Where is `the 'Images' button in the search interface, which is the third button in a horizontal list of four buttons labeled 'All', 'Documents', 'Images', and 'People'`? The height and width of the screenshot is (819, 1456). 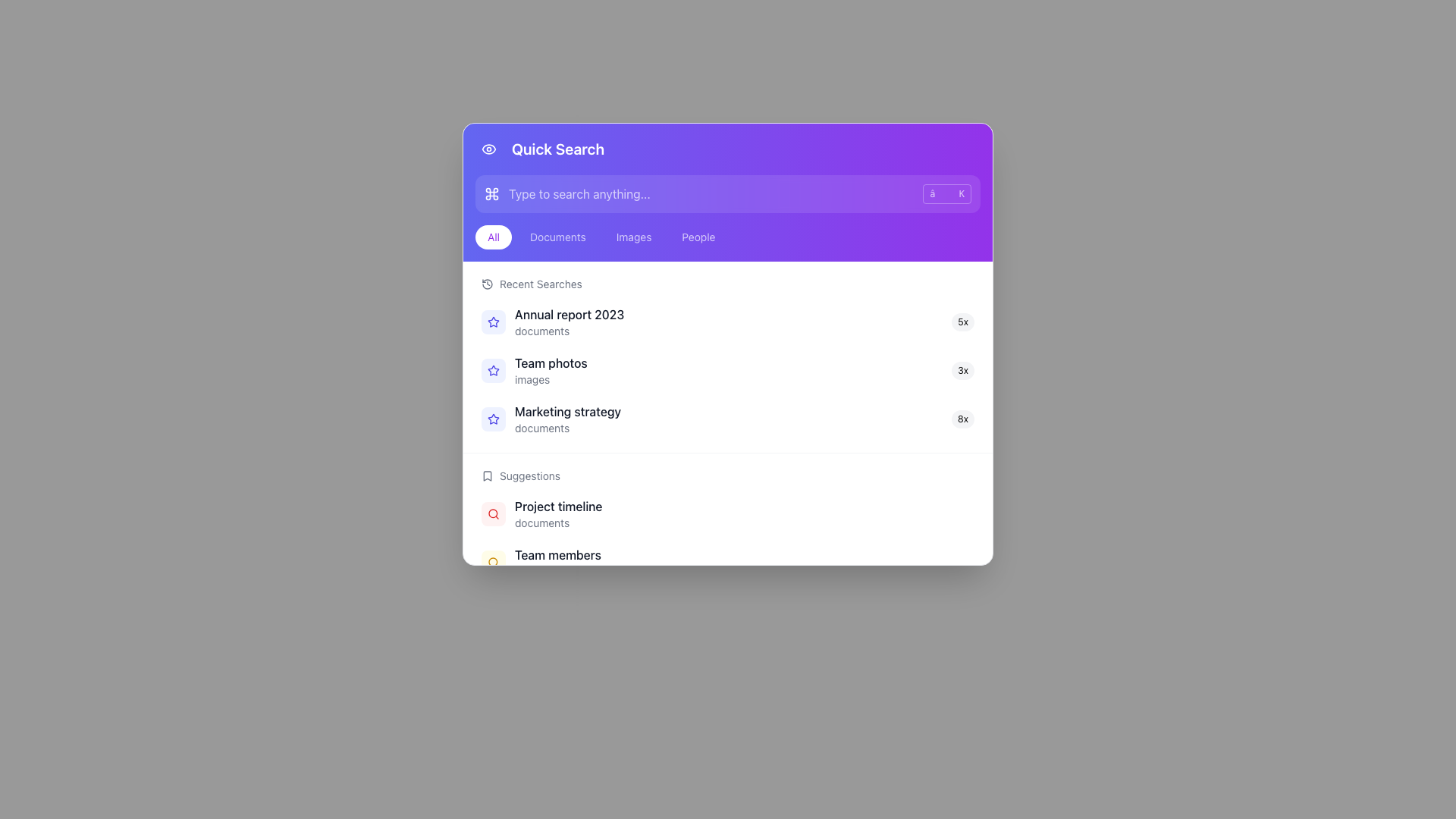 the 'Images' button in the search interface, which is the third button in a horizontal list of four buttons labeled 'All', 'Documents', 'Images', and 'People' is located at coordinates (634, 237).